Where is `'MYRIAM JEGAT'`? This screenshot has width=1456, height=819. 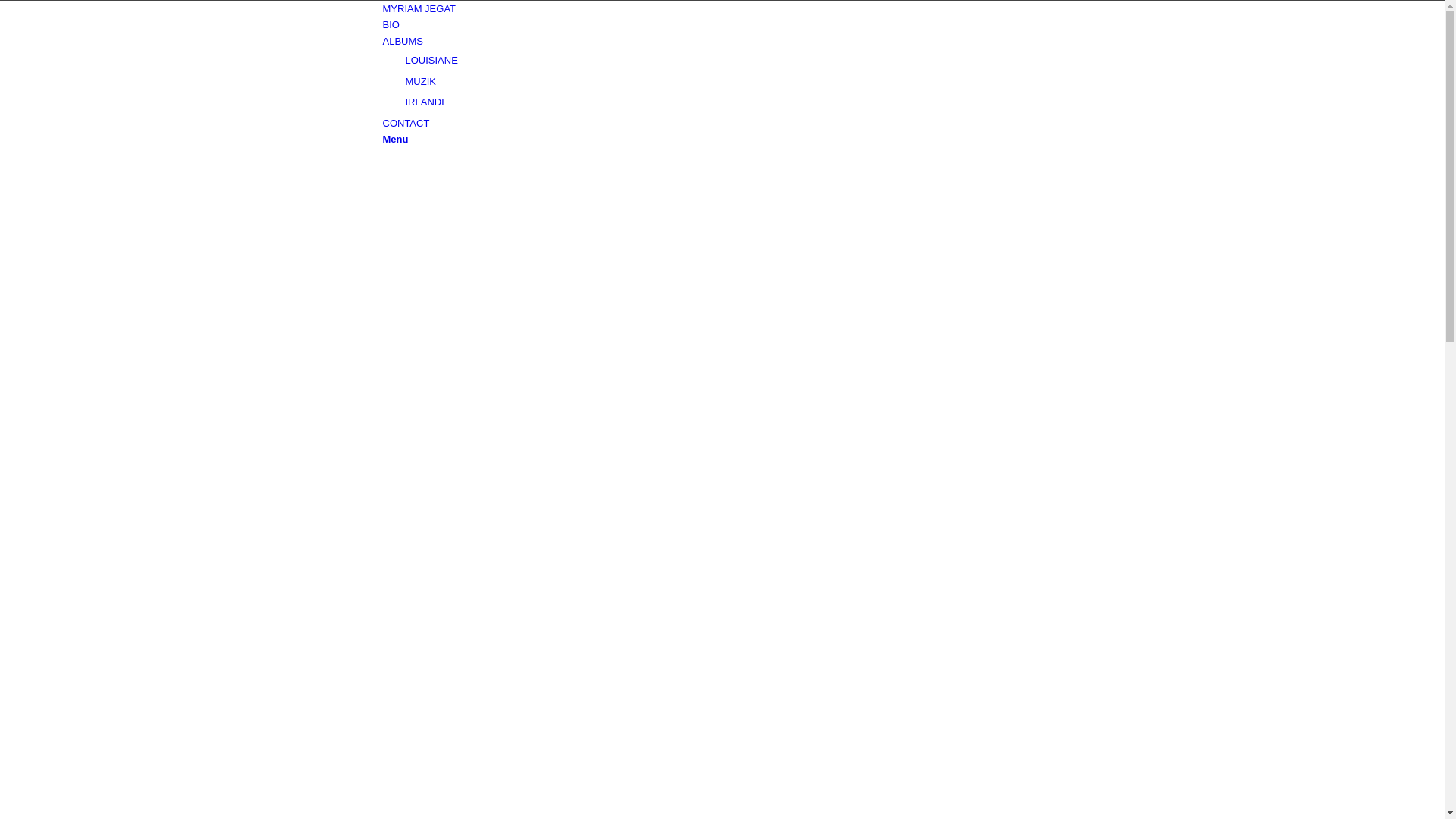 'MYRIAM JEGAT' is located at coordinates (382, 8).